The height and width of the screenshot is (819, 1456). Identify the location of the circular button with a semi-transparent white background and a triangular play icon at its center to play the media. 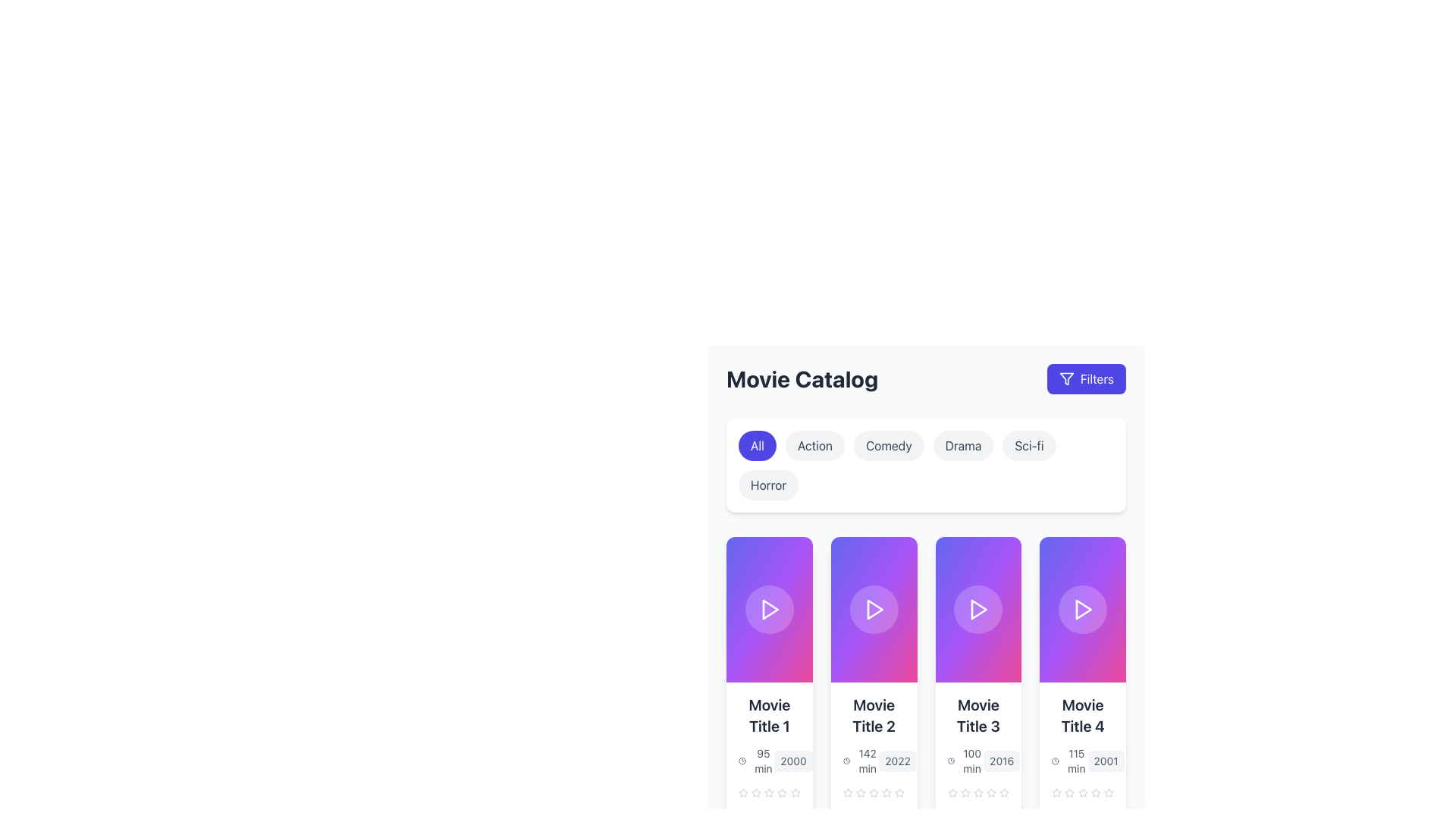
(769, 608).